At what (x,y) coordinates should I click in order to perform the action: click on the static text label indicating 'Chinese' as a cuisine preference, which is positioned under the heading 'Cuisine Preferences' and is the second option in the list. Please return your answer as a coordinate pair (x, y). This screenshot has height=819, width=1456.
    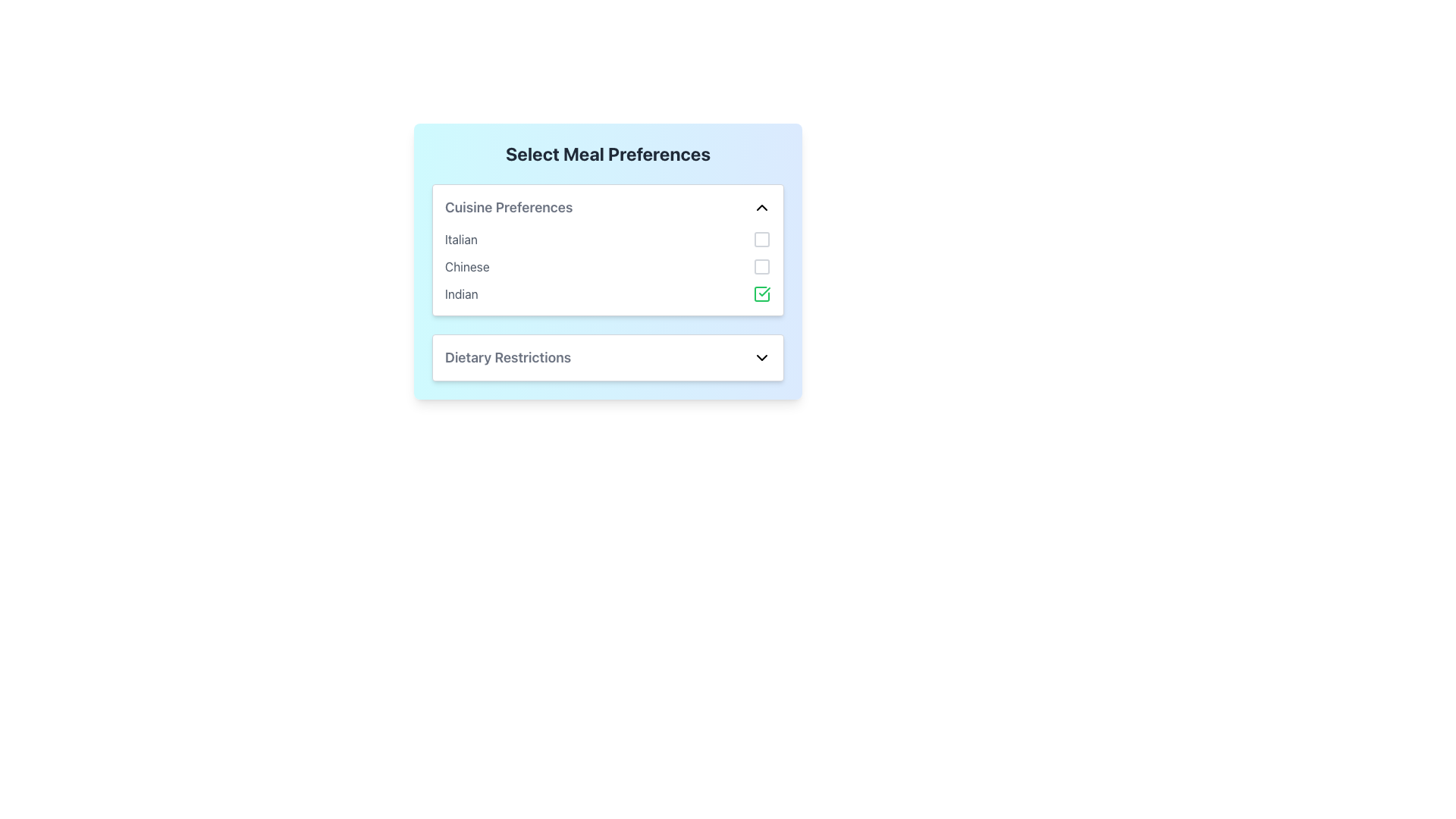
    Looking at the image, I should click on (466, 265).